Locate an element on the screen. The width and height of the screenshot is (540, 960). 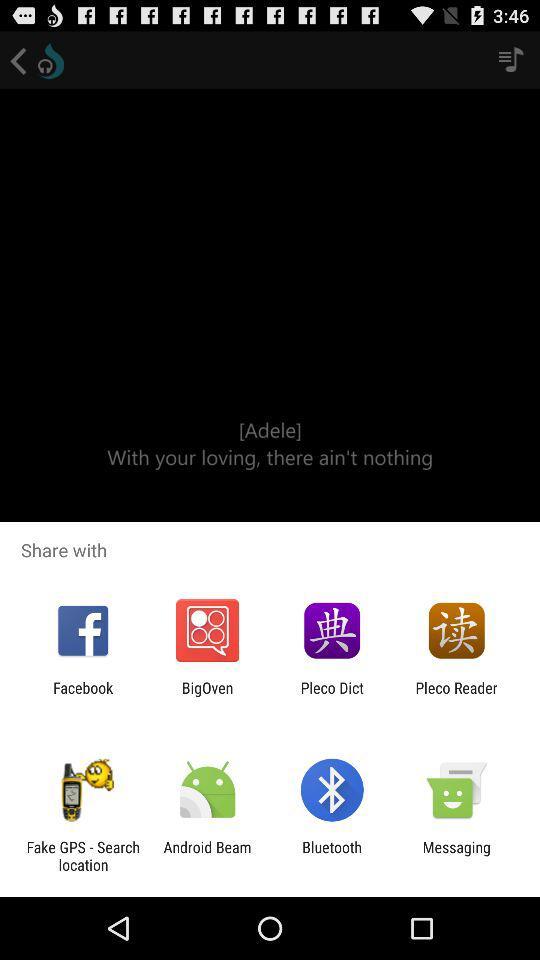
the messaging app is located at coordinates (456, 855).